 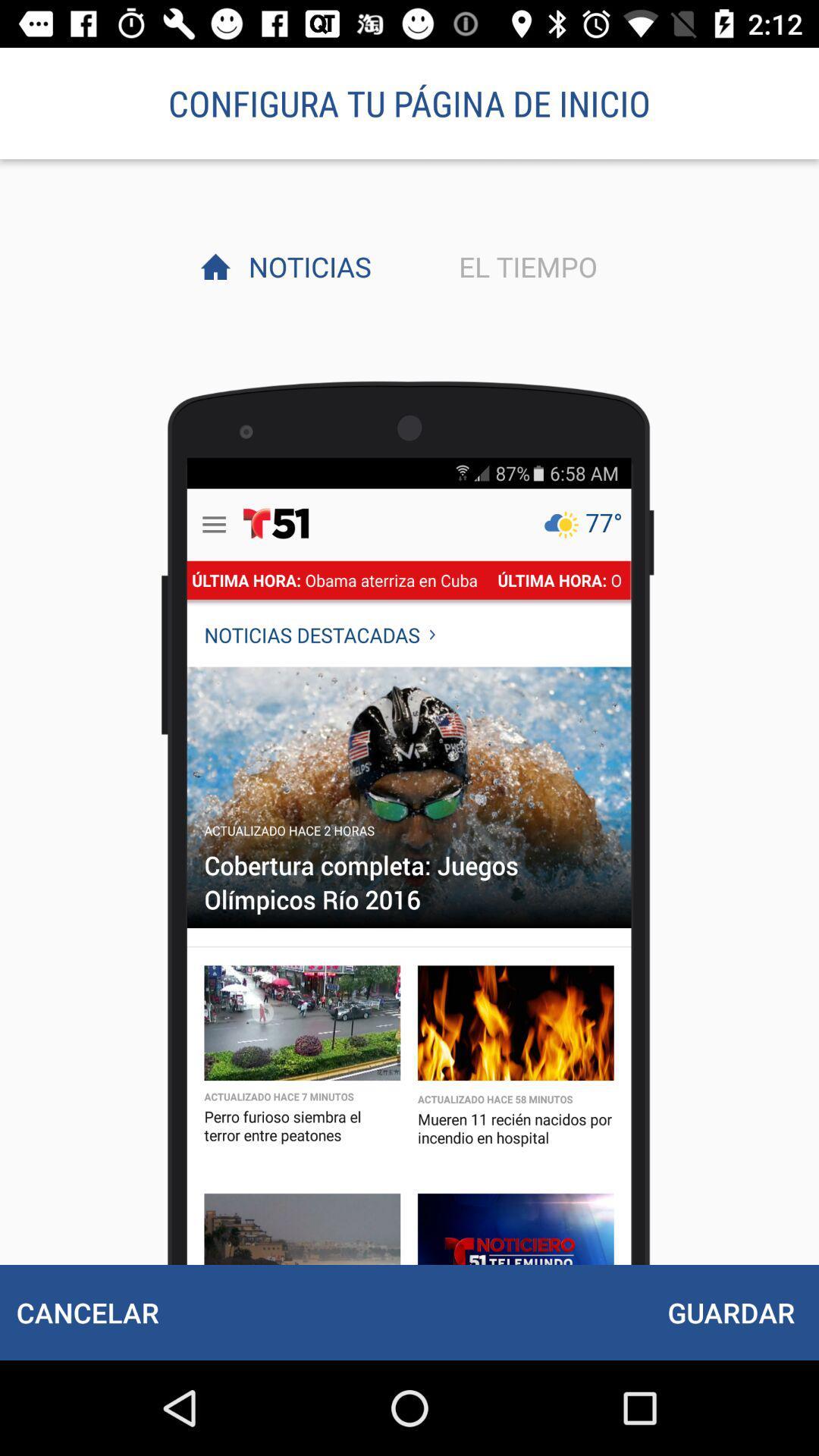 What do you see at coordinates (306, 266) in the screenshot?
I see `the noticias` at bounding box center [306, 266].